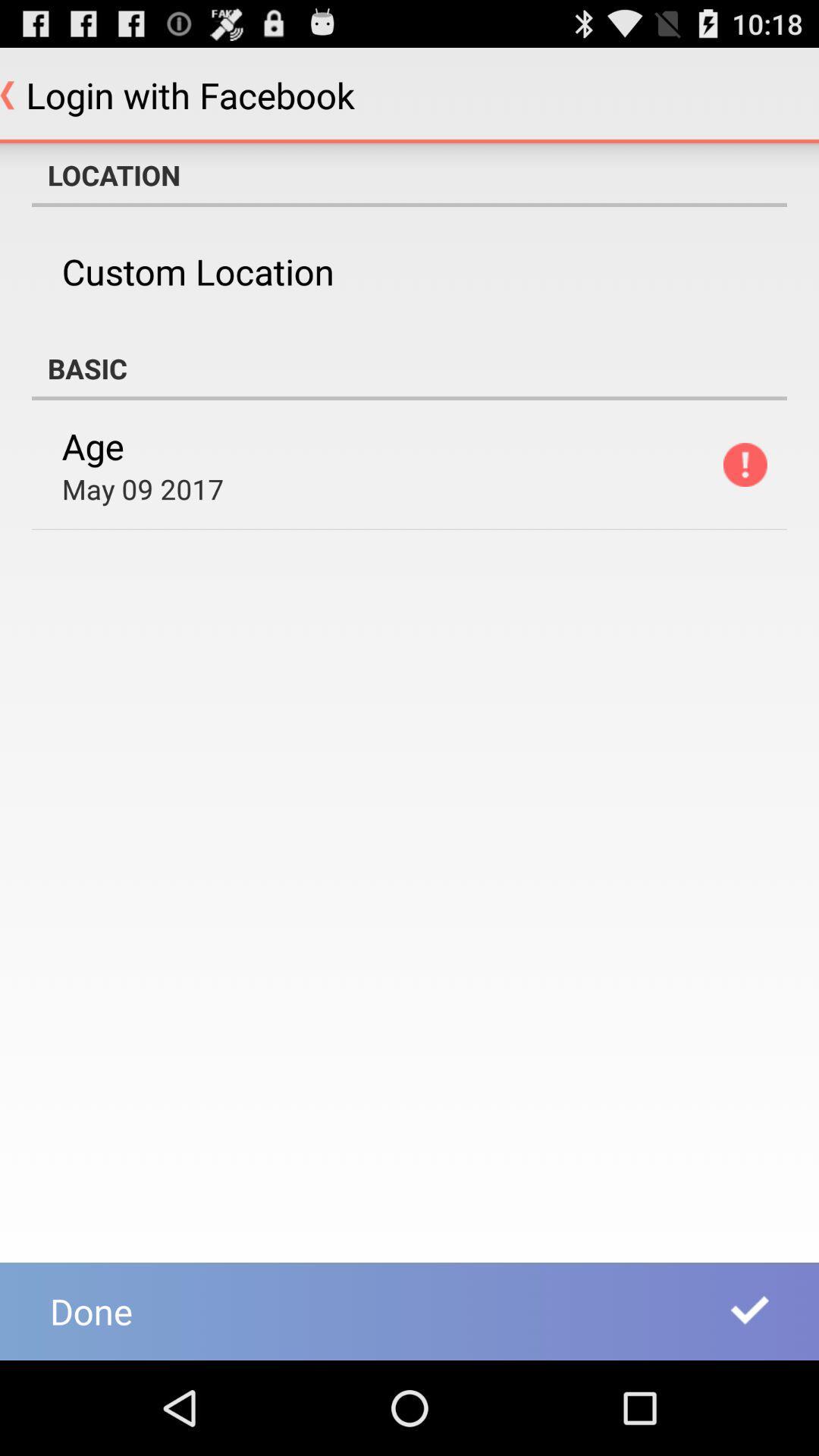  Describe the element at coordinates (744, 464) in the screenshot. I see `the item at the top right corner` at that location.